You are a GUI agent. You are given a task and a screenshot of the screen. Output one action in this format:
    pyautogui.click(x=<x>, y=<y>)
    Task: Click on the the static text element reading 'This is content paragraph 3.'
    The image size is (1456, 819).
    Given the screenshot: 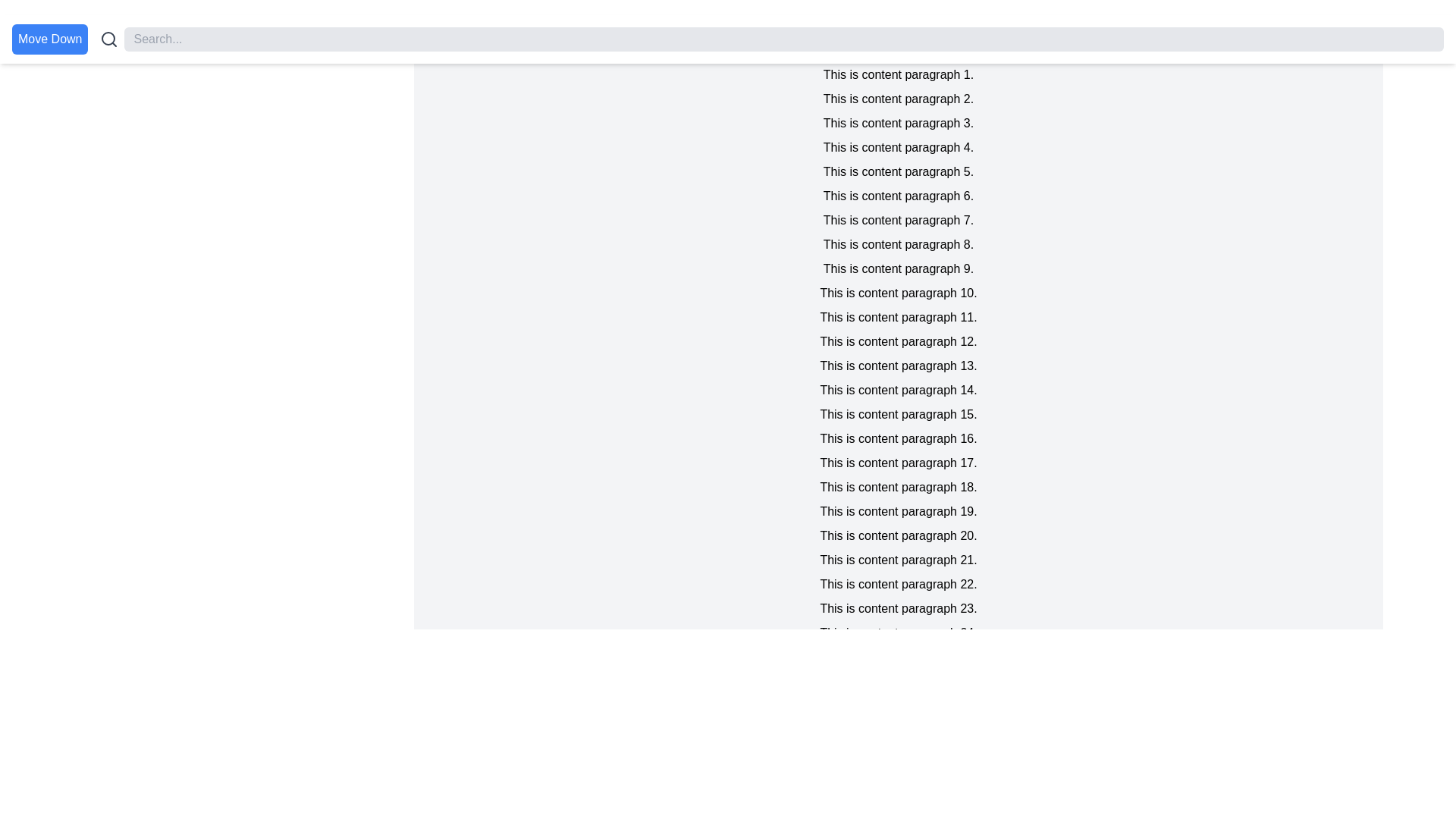 What is the action you would take?
    pyautogui.click(x=899, y=122)
    